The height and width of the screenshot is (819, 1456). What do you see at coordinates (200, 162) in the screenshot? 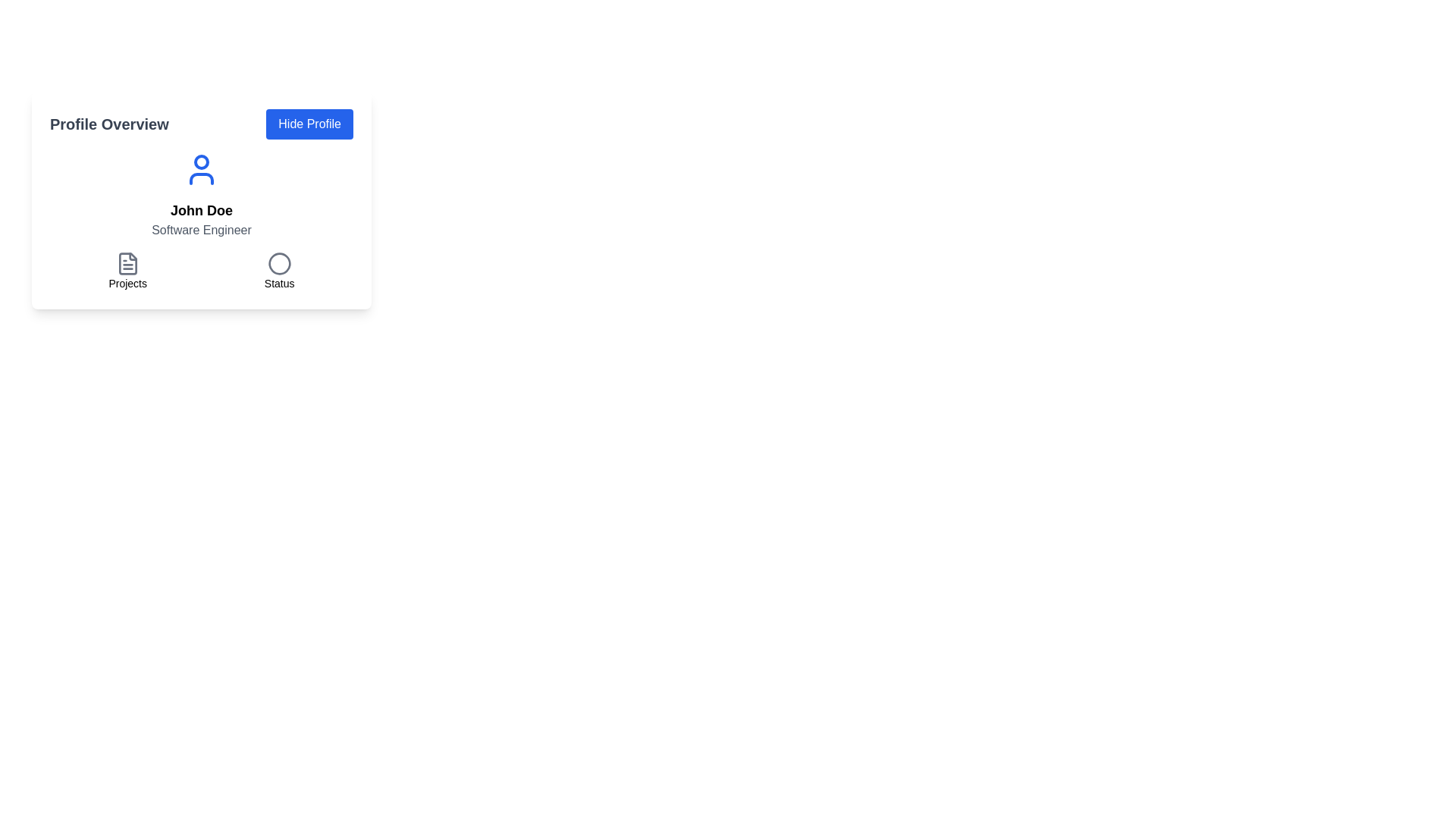
I see `the small circular illustration within the user profile icon, which is part of the avatar icon depicting a person, located at the top-center of the profile card` at bounding box center [200, 162].